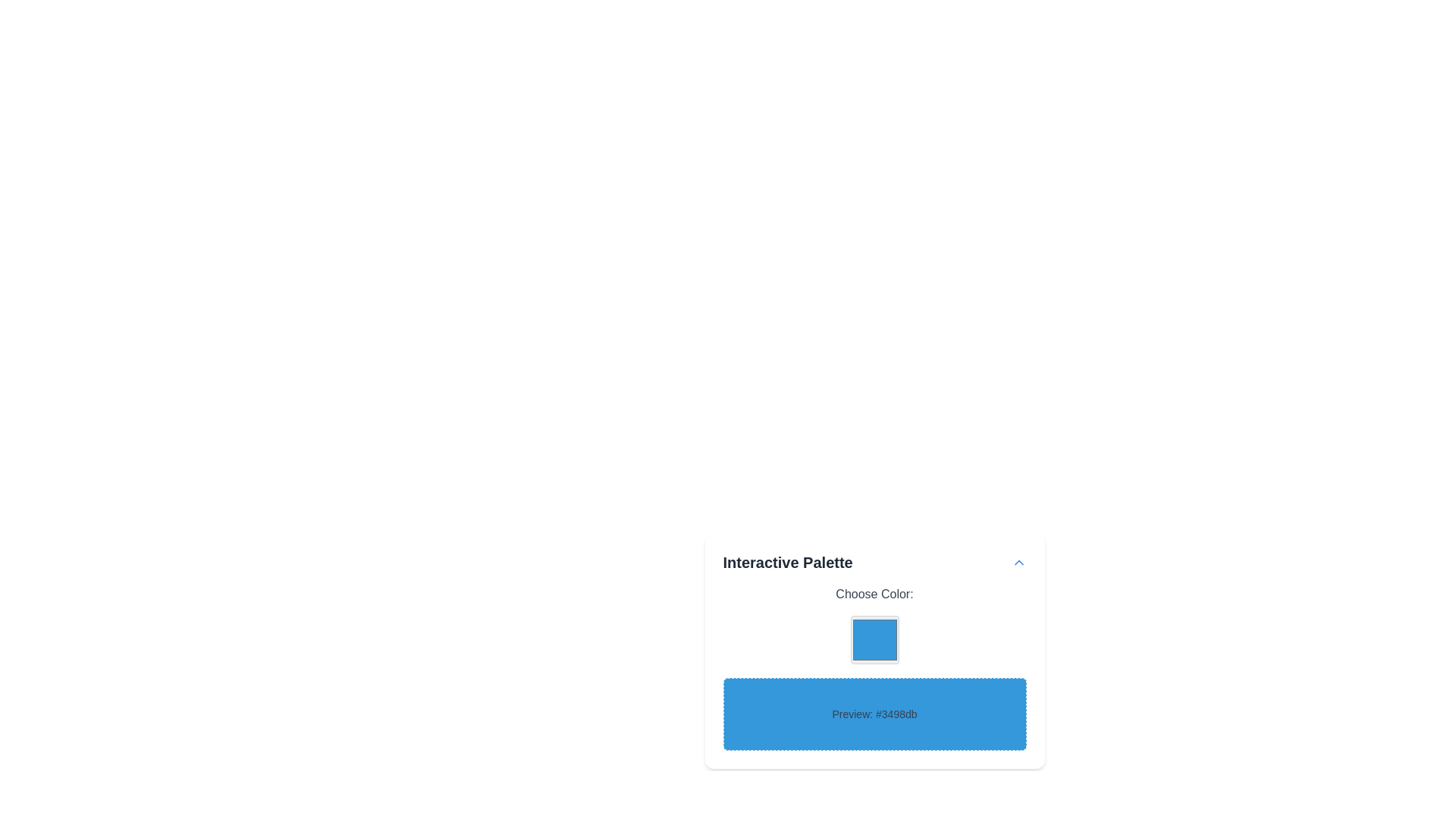 This screenshot has width=1456, height=819. I want to click on the blue upward-facing chevron button located at the top-right corner of the 'Interactive Palette', so click(1018, 562).